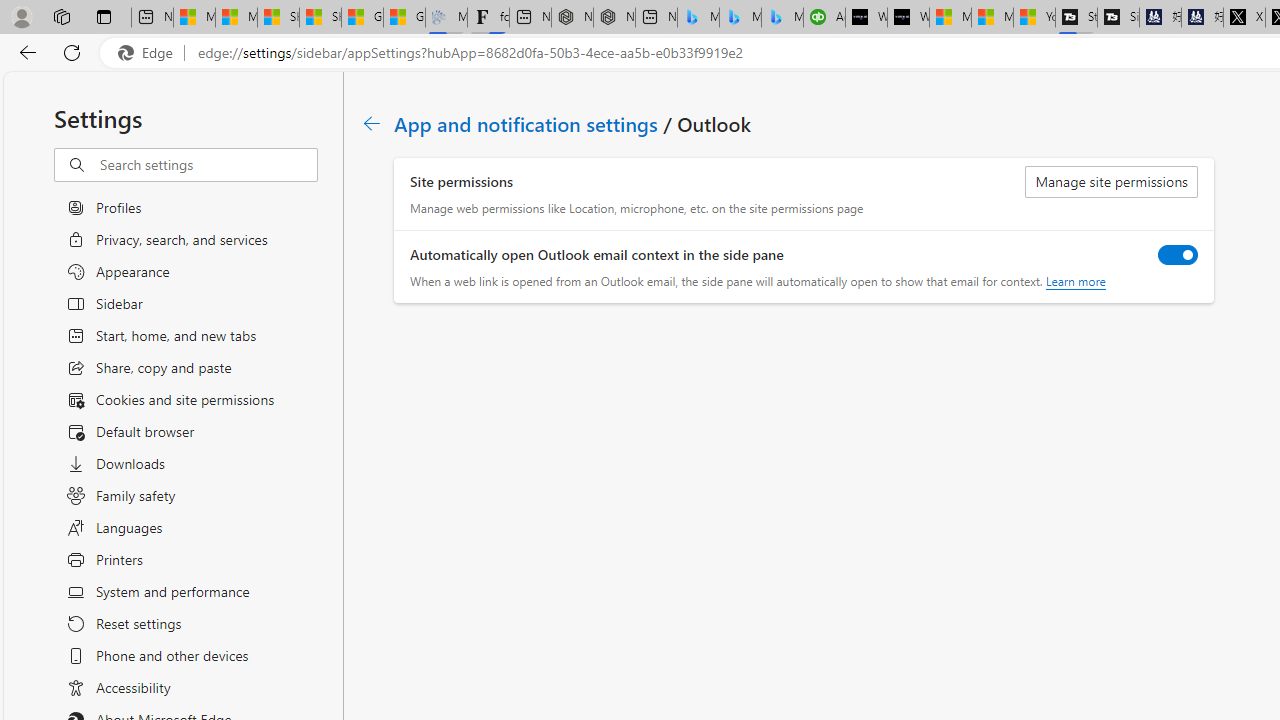 The height and width of the screenshot is (720, 1280). What do you see at coordinates (824, 17) in the screenshot?
I see `'Accounting Software for Accountants, CPAs and Bookkeepers'` at bounding box center [824, 17].